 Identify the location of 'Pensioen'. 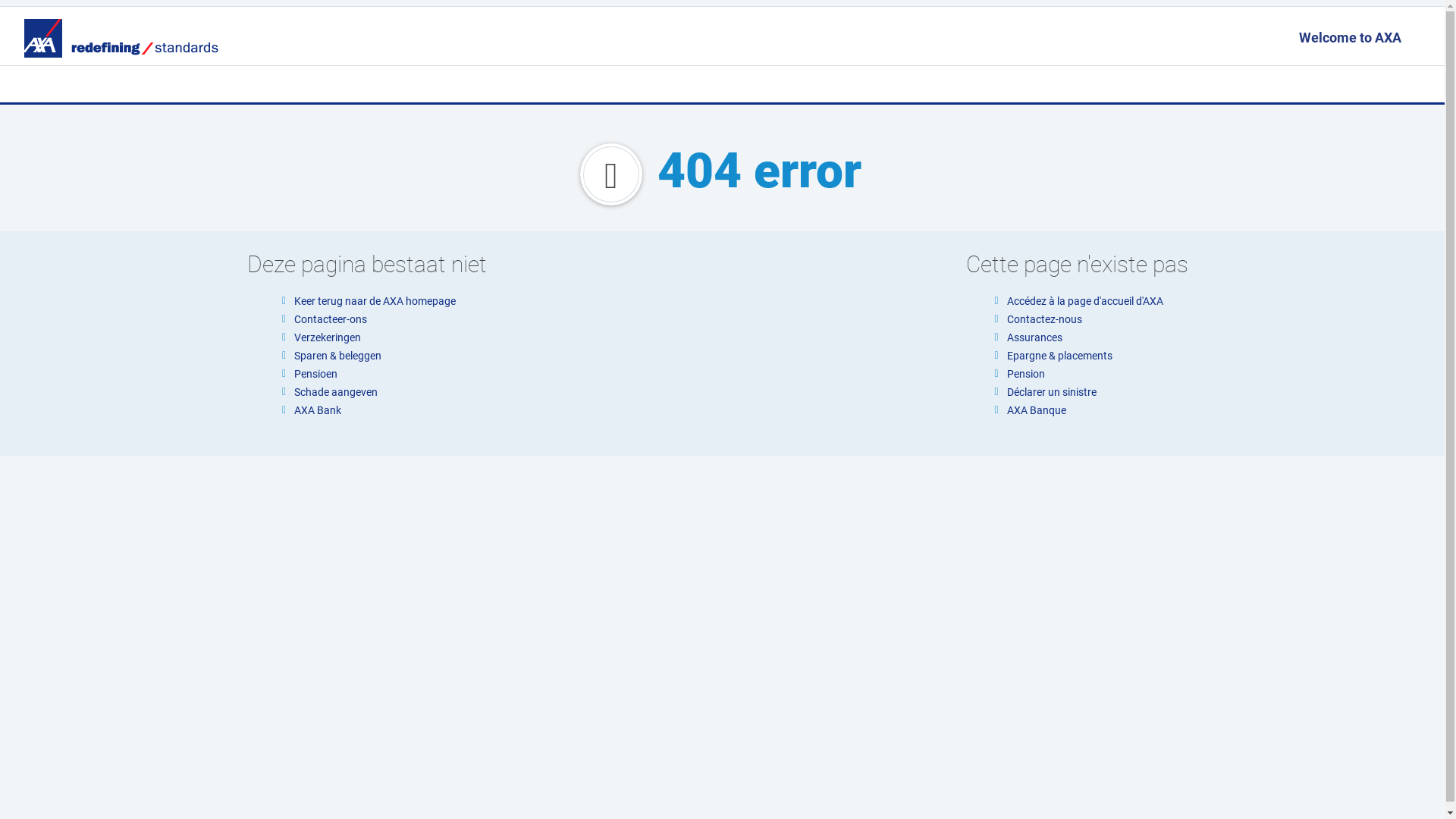
(294, 374).